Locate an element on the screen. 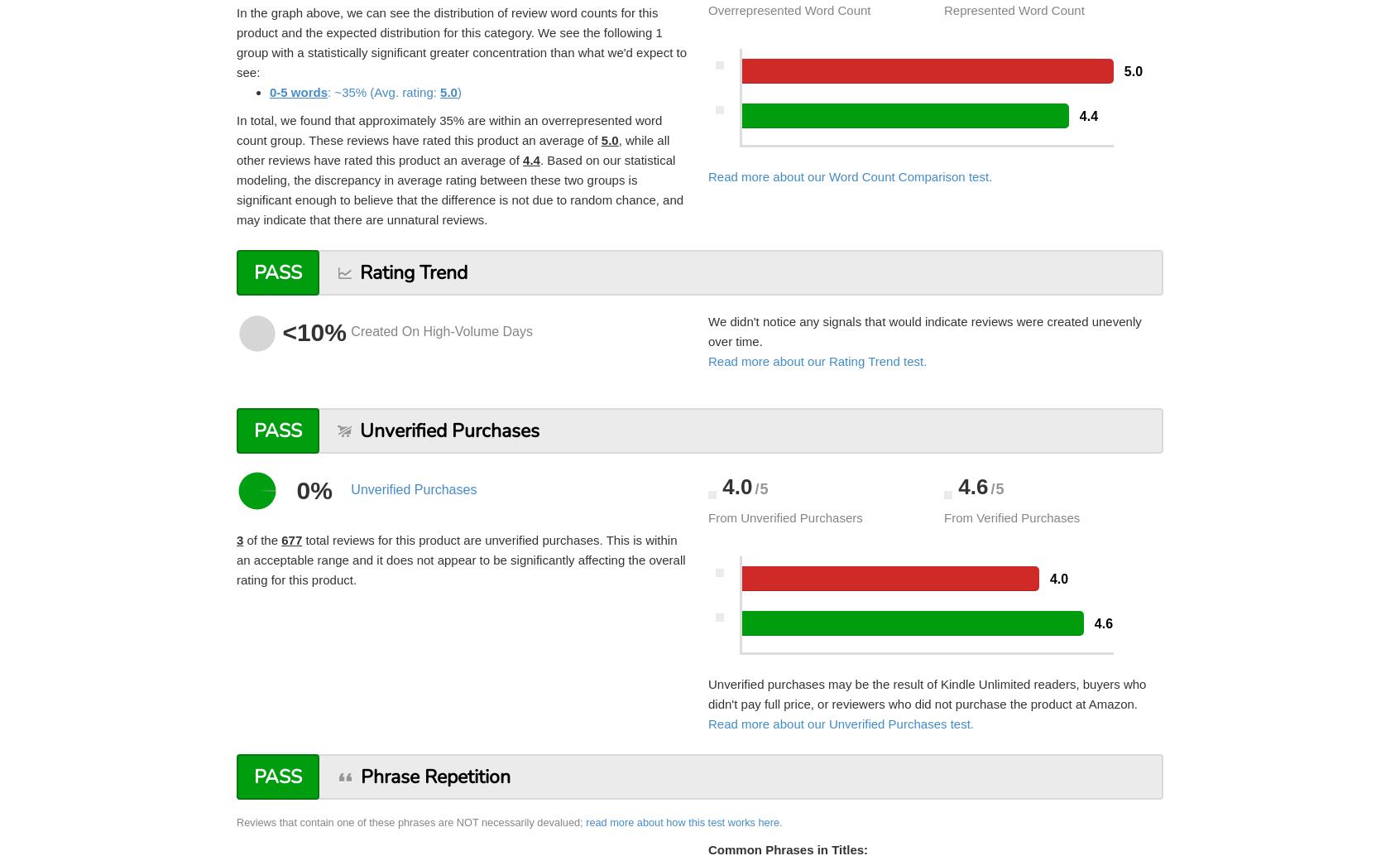 The height and width of the screenshot is (856, 1400). 'of the' is located at coordinates (242, 539).